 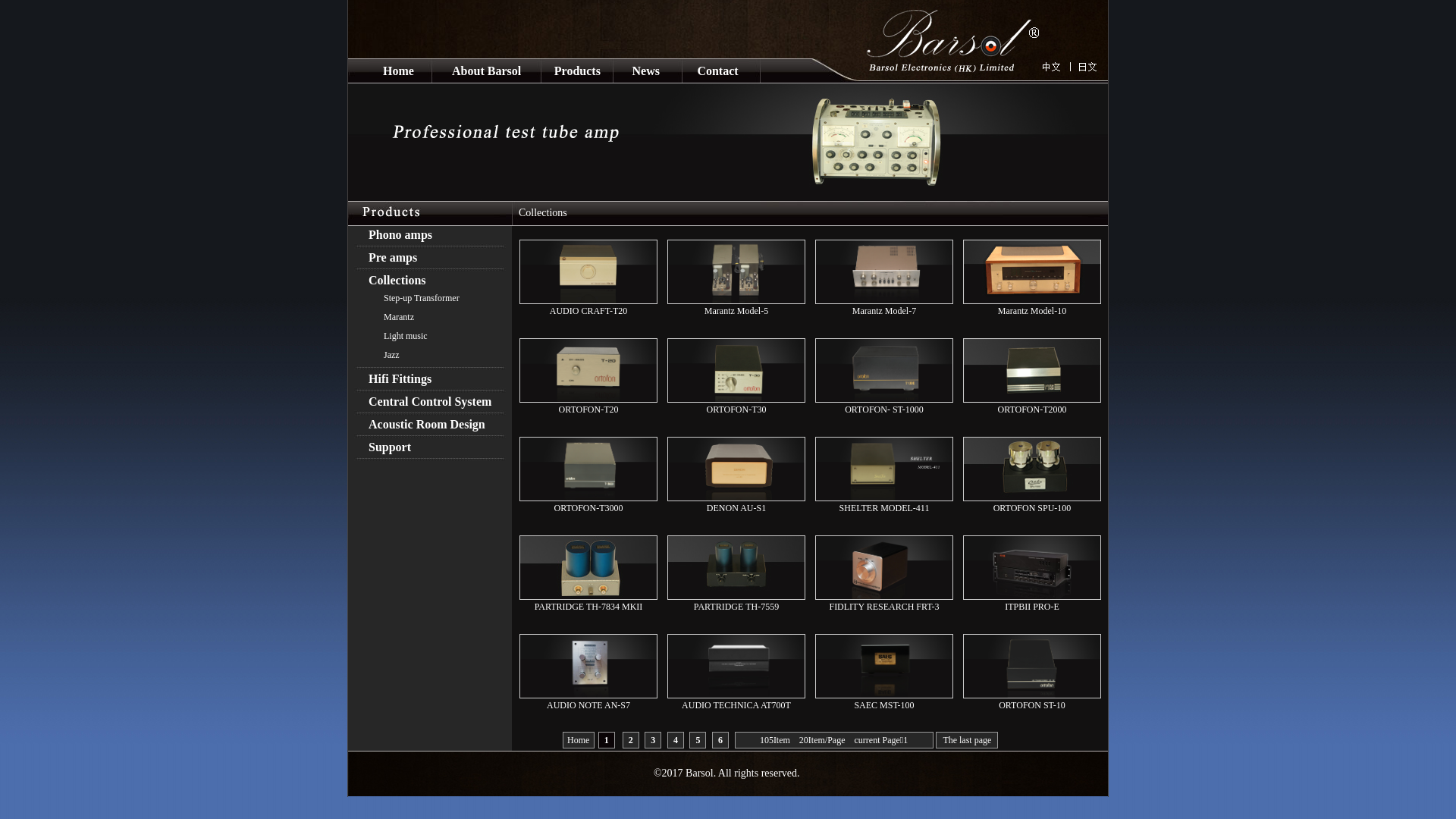 What do you see at coordinates (428, 256) in the screenshot?
I see `'Pre amps'` at bounding box center [428, 256].